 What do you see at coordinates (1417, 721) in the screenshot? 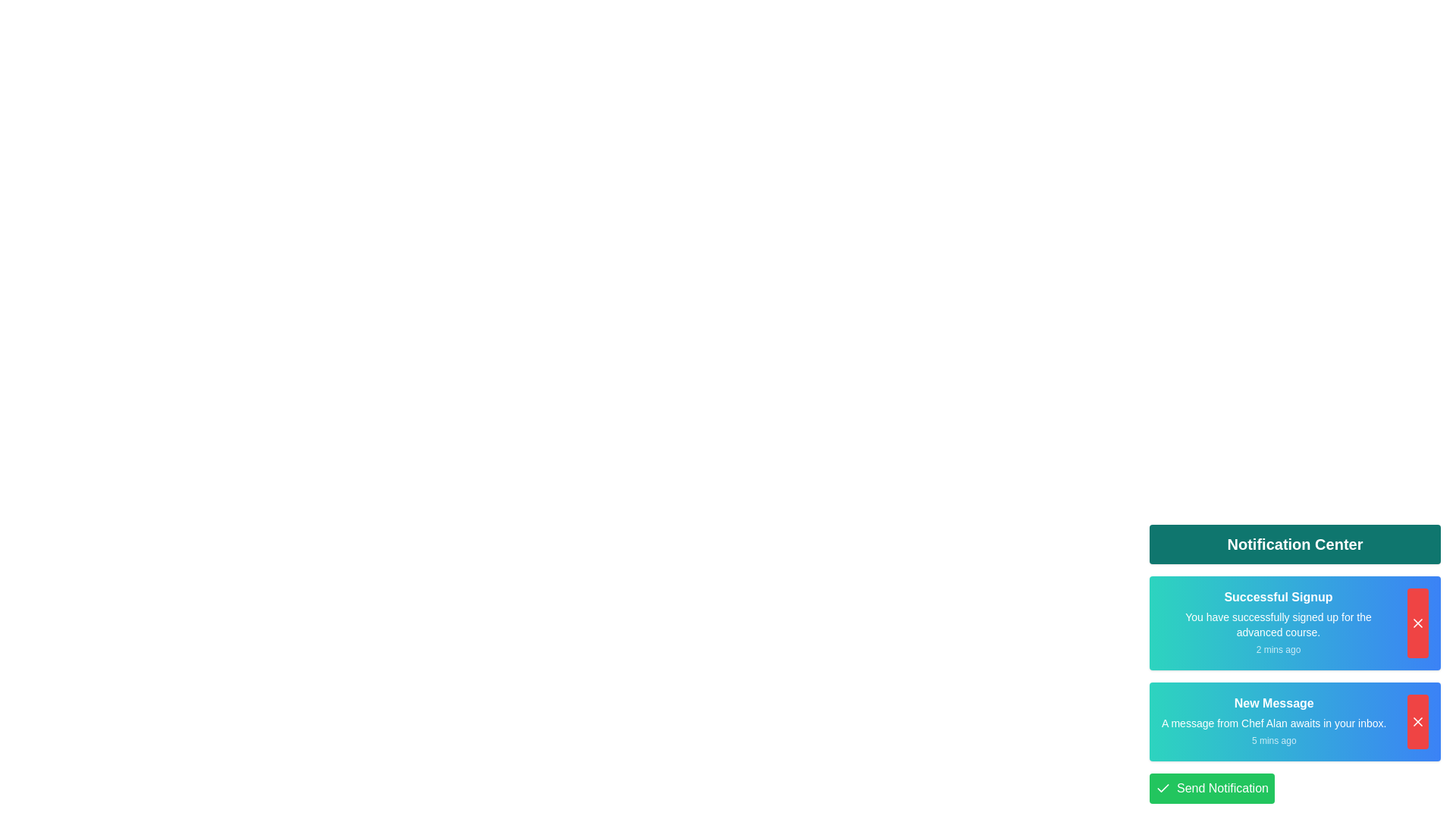
I see `the dismiss button for the notification titled 'New Message'` at bounding box center [1417, 721].